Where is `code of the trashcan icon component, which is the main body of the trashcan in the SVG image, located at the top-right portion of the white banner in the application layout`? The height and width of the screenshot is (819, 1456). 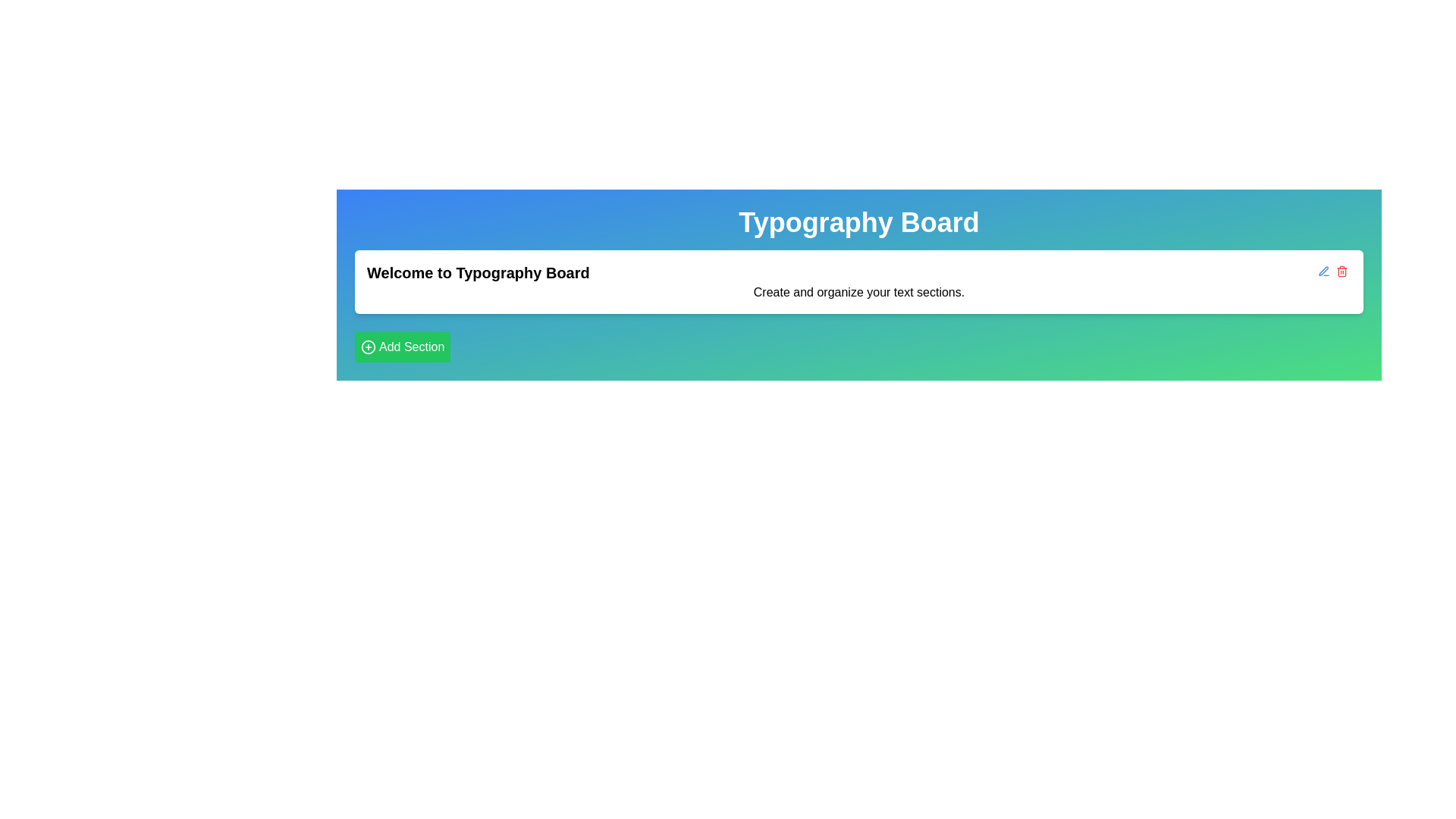
code of the trashcan icon component, which is the main body of the trashcan in the SVG image, located at the top-right portion of the white banner in the application layout is located at coordinates (1342, 271).